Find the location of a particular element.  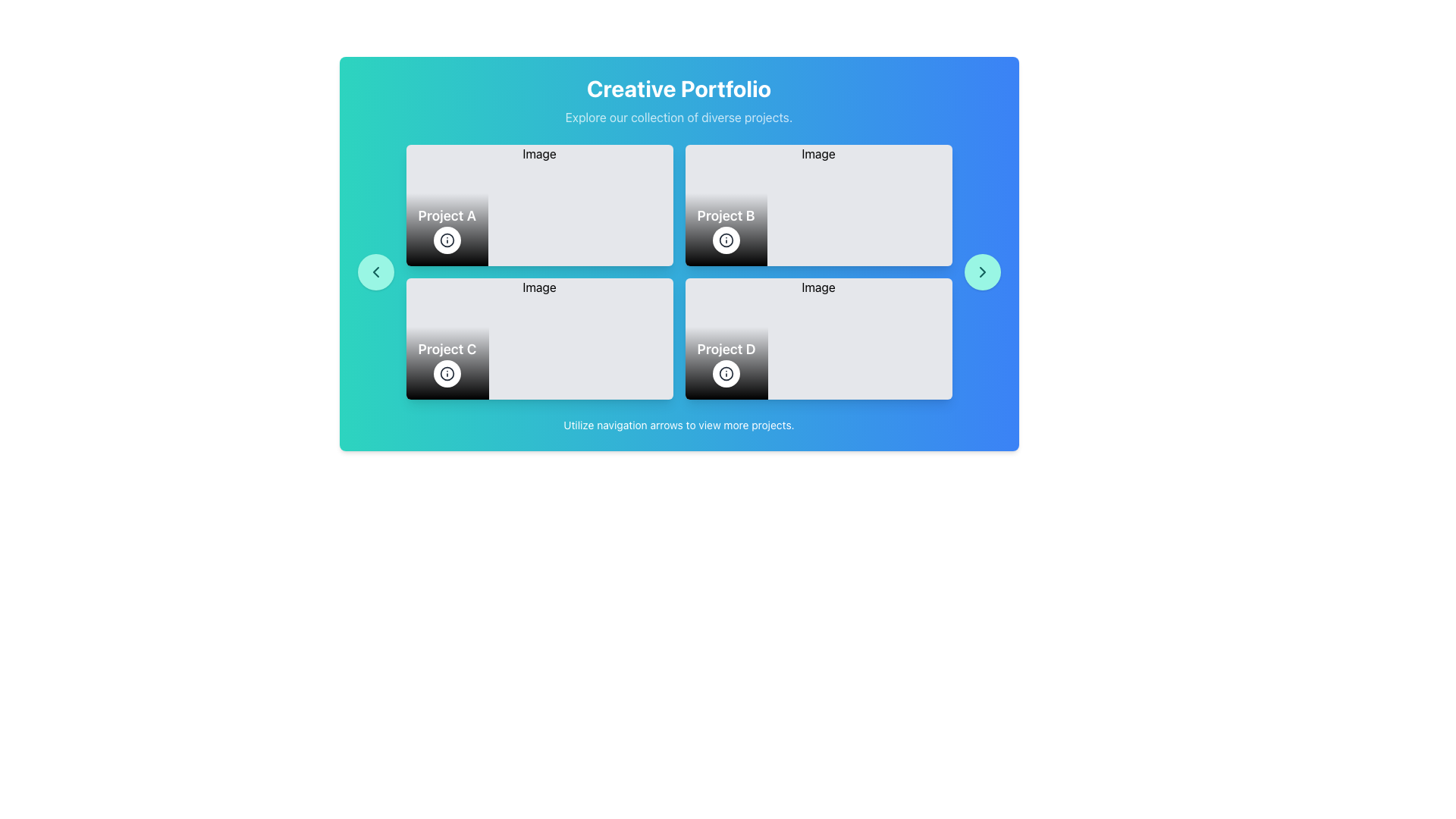

the rounded teal button with a chevron on the right to observe the background color change is located at coordinates (982, 271).